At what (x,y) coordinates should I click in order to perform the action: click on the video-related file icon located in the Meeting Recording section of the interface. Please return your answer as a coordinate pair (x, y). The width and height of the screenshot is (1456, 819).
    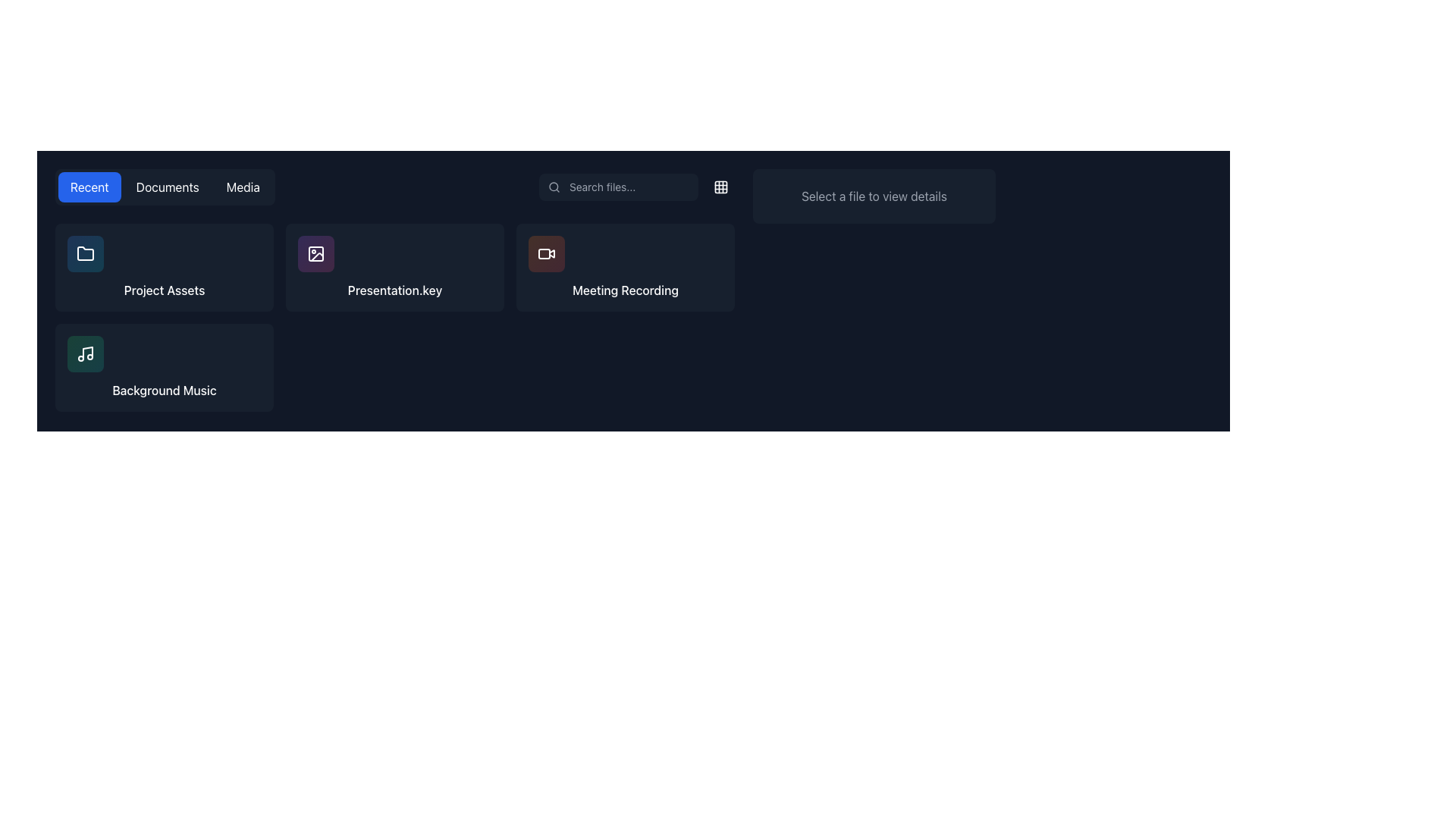
    Looking at the image, I should click on (544, 253).